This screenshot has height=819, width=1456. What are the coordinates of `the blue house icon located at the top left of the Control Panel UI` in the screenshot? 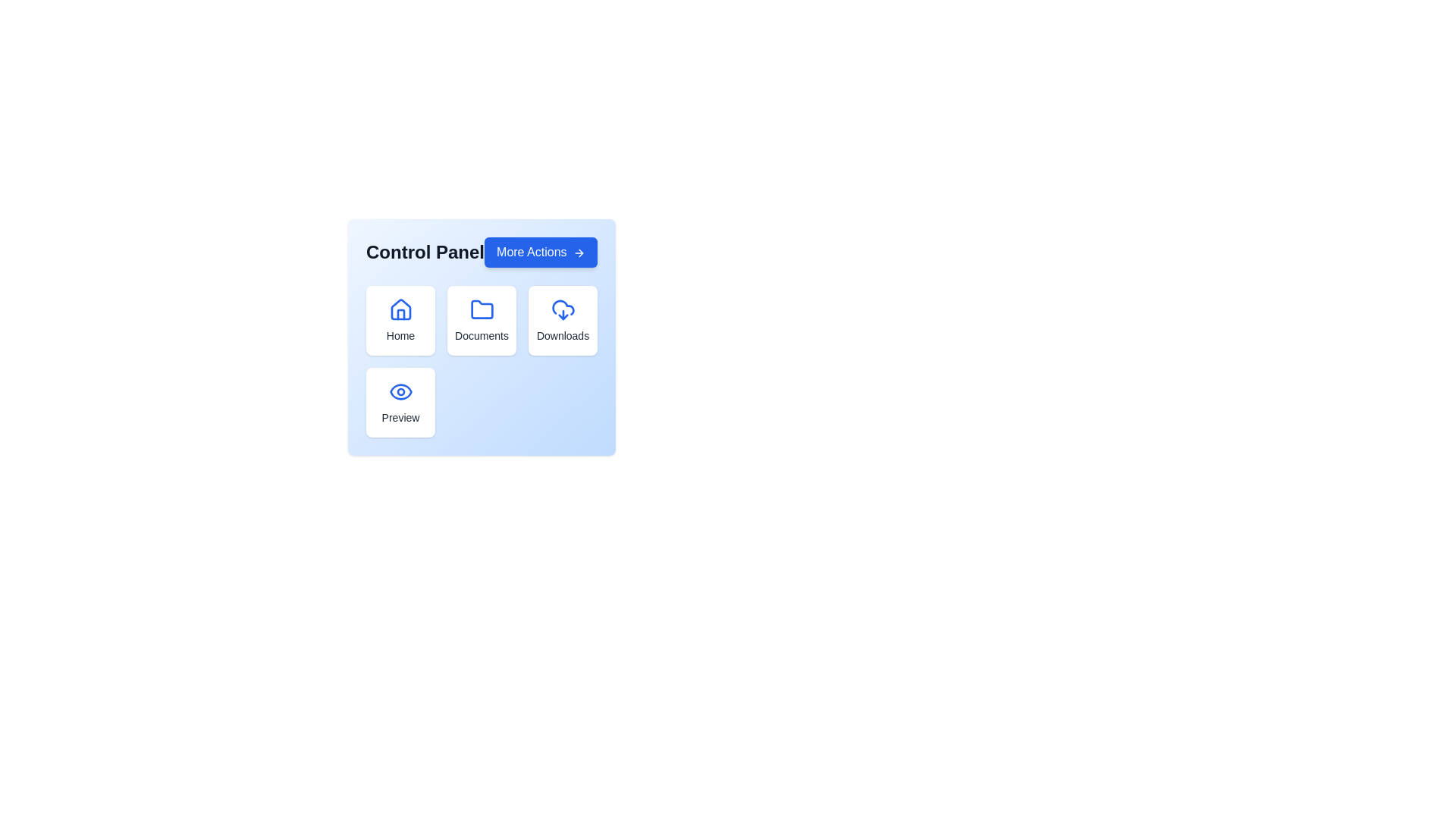 It's located at (400, 309).